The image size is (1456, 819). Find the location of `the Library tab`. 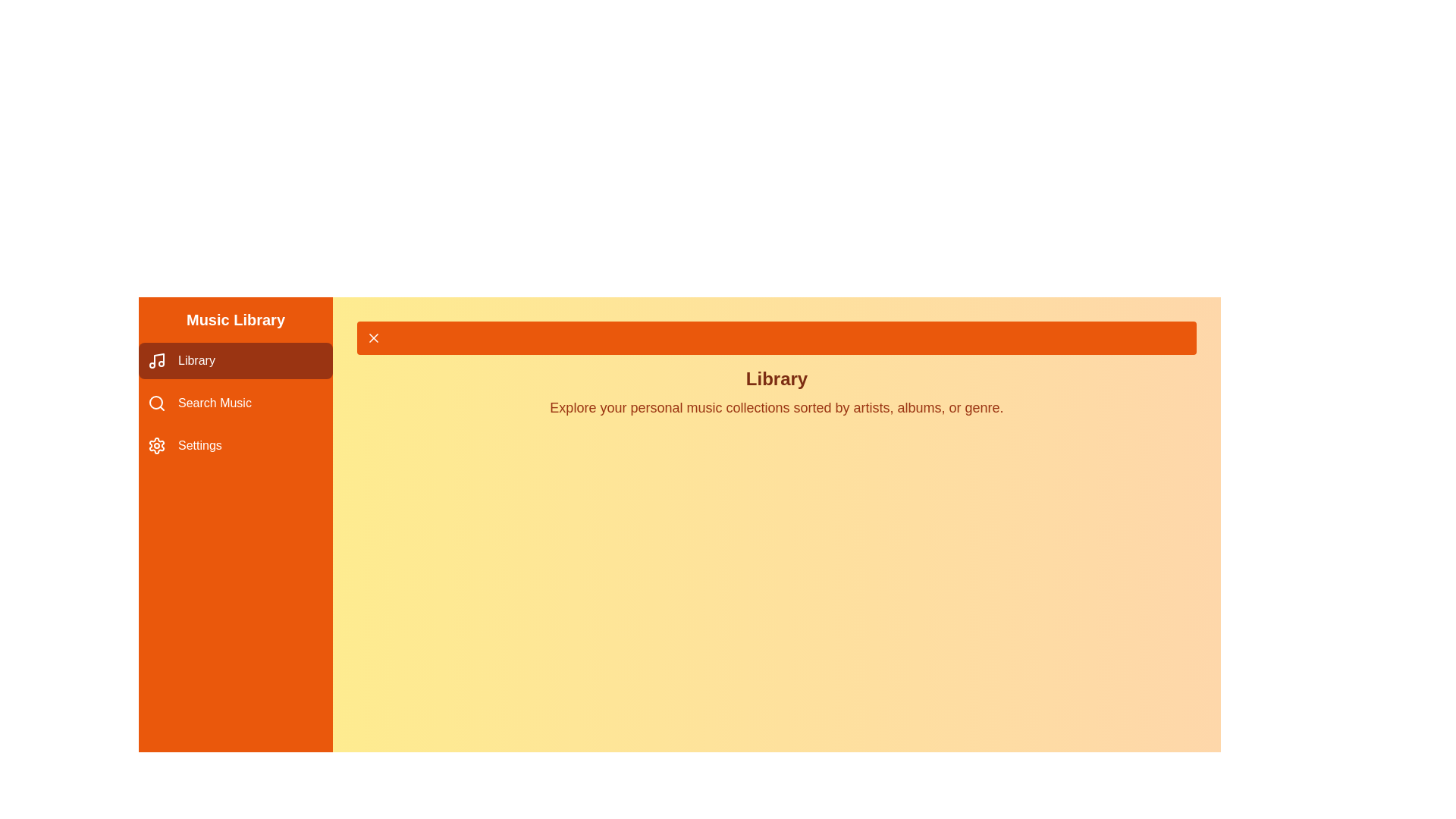

the Library tab is located at coordinates (235, 360).